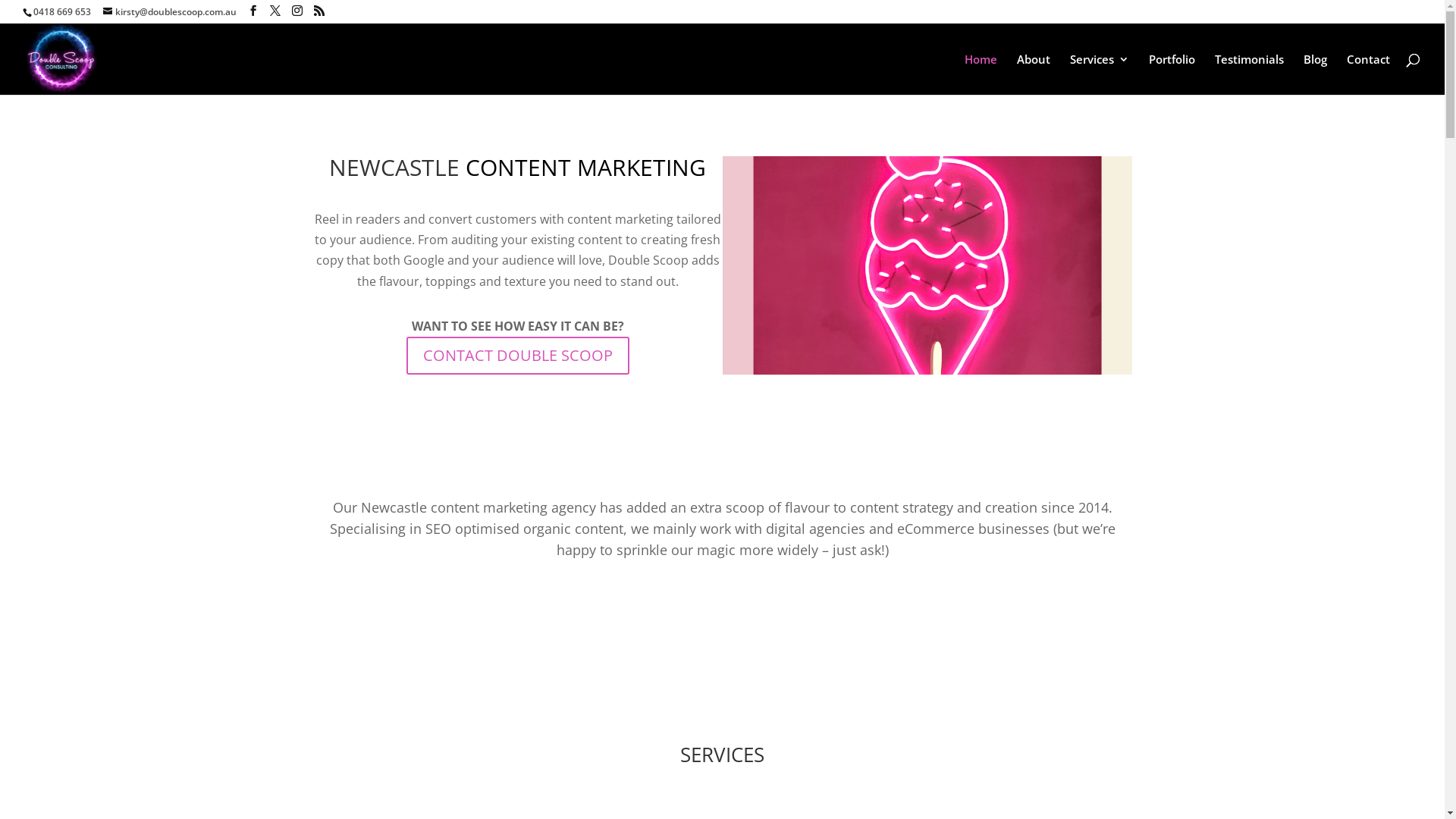 This screenshot has width=1456, height=819. What do you see at coordinates (517, 356) in the screenshot?
I see `'CONTACT DOUBLE SCOOP'` at bounding box center [517, 356].